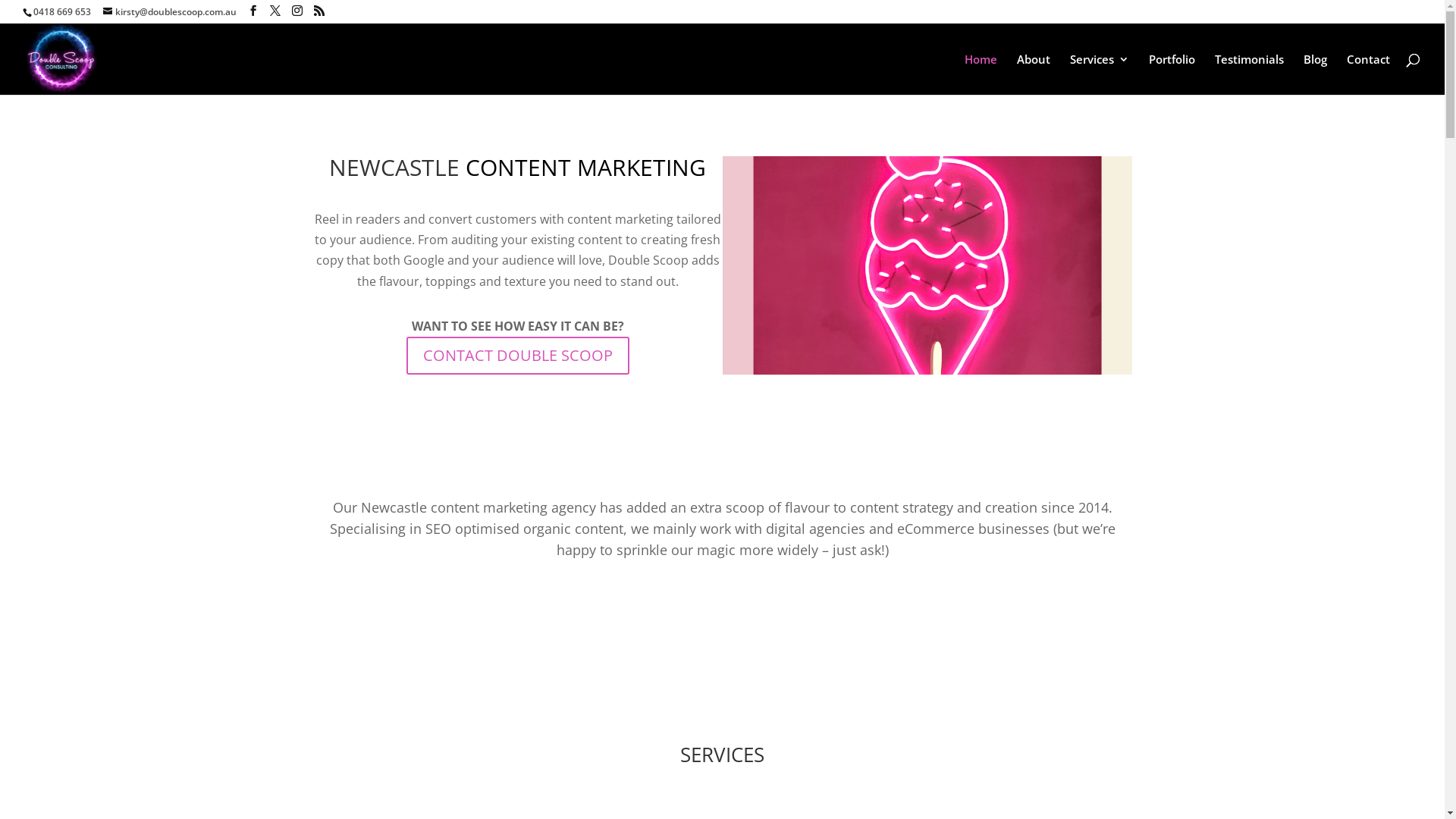 This screenshot has width=1456, height=819. What do you see at coordinates (517, 356) in the screenshot?
I see `'CONTACT DOUBLE SCOOP'` at bounding box center [517, 356].